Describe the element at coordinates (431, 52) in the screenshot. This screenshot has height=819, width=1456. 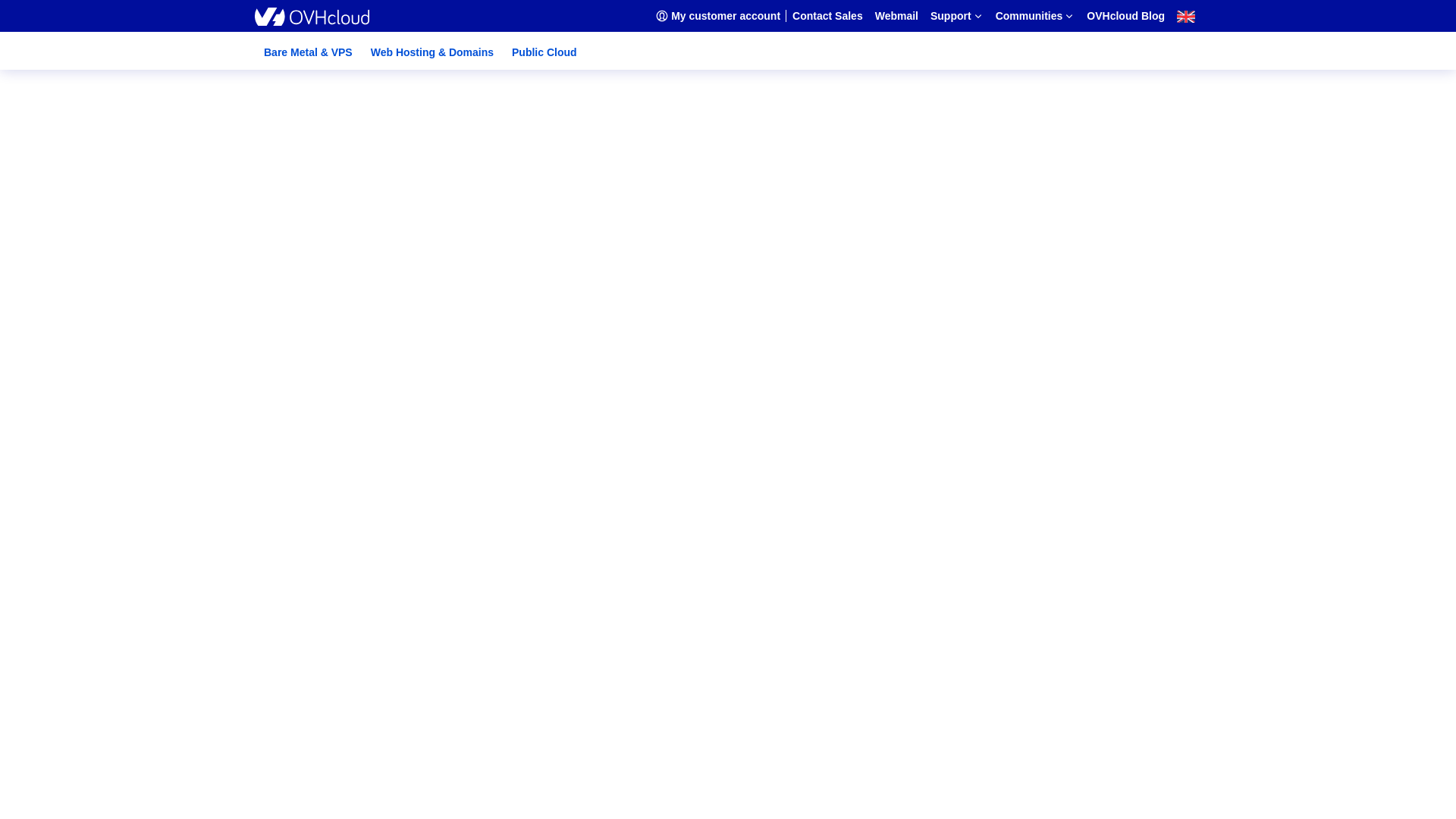
I see `'Web Hosting & Domains'` at that location.